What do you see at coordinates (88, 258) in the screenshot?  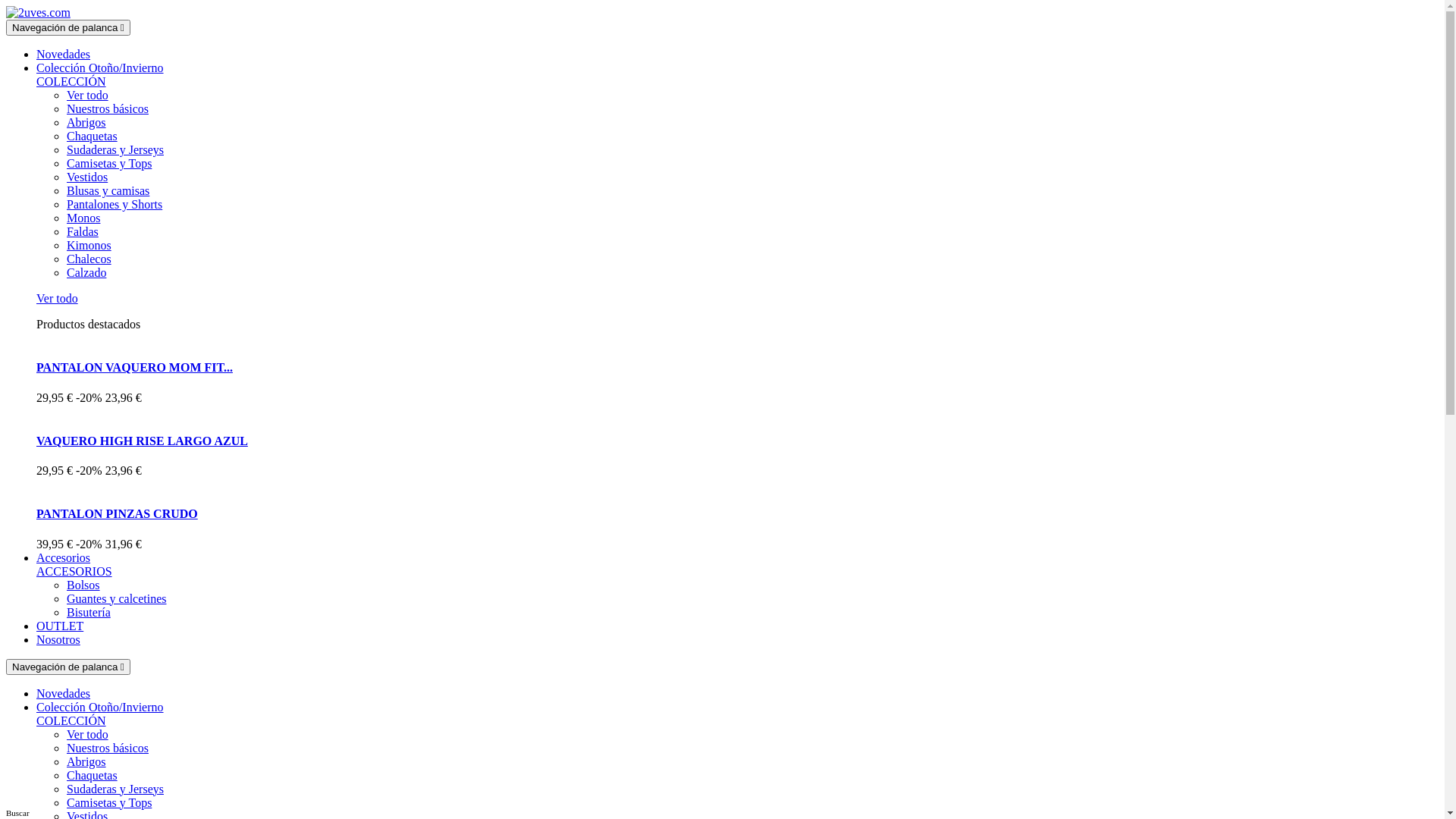 I see `'Chalecos'` at bounding box center [88, 258].